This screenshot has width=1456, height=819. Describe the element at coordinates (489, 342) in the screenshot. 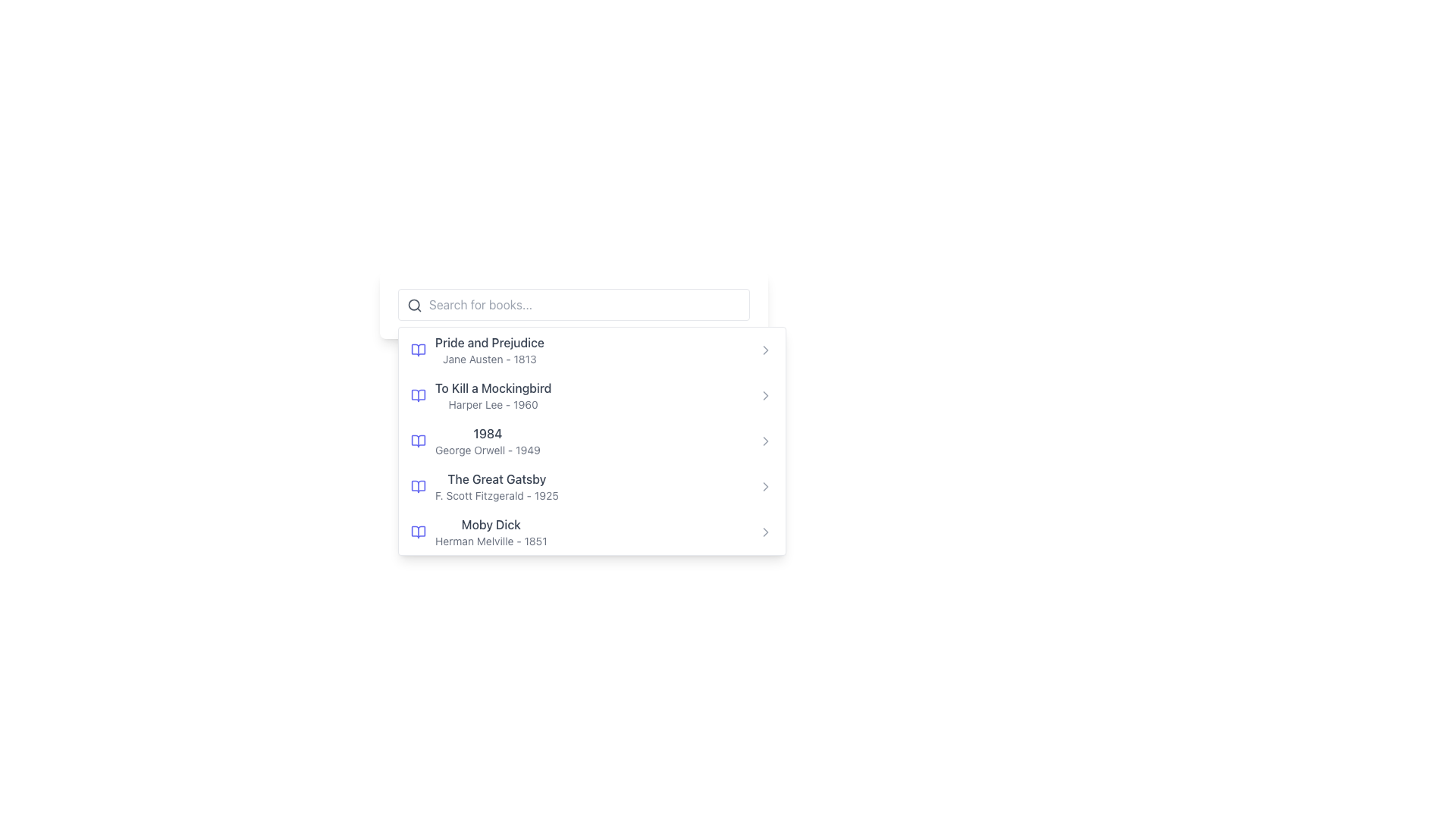

I see `the text element displaying the title 'Pride and Prejudice', which is styled in a medium-weight font and gray color, positioned at the top of a list of book entries` at that location.